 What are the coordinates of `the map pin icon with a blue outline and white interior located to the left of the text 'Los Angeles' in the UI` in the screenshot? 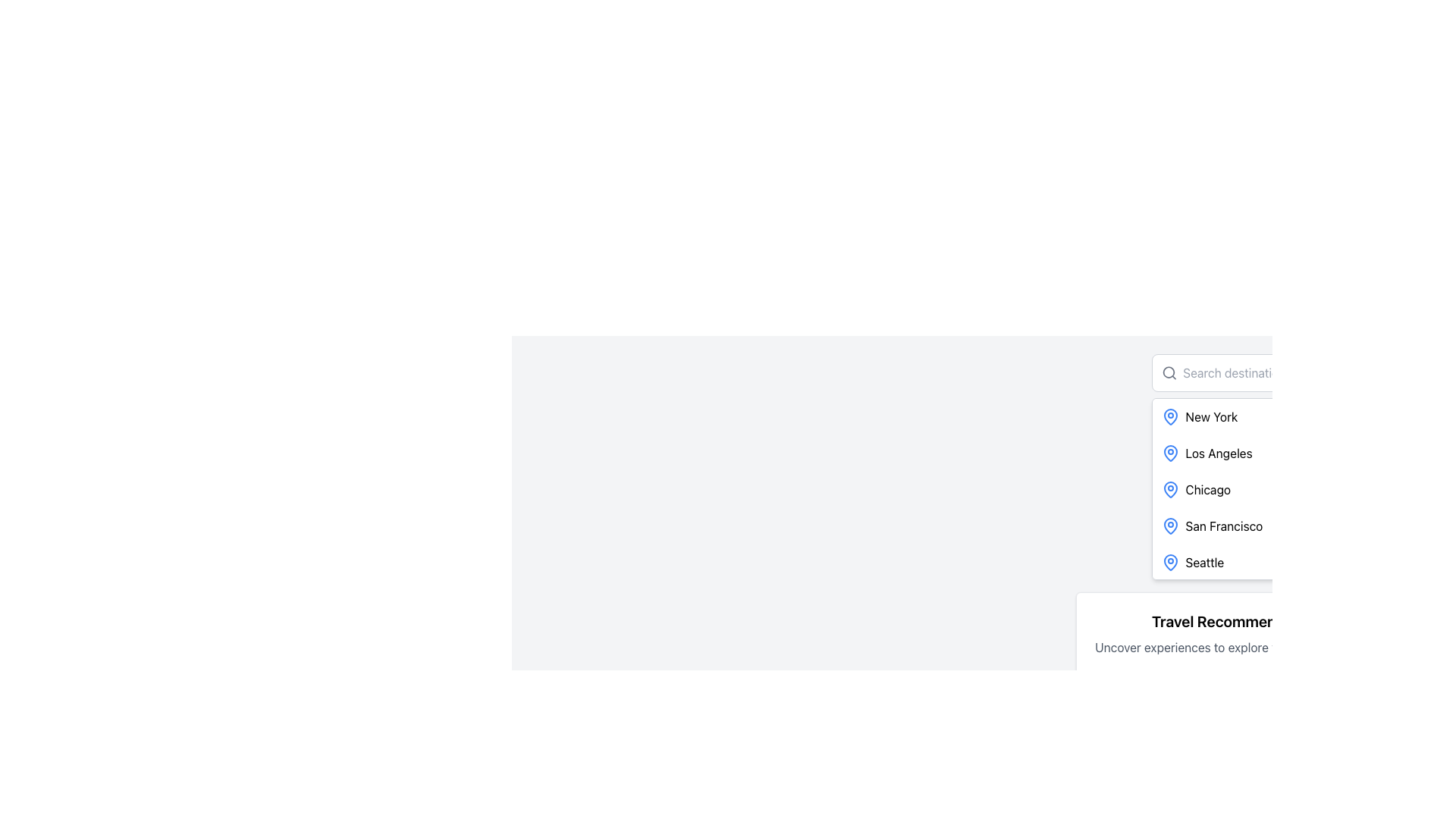 It's located at (1169, 452).